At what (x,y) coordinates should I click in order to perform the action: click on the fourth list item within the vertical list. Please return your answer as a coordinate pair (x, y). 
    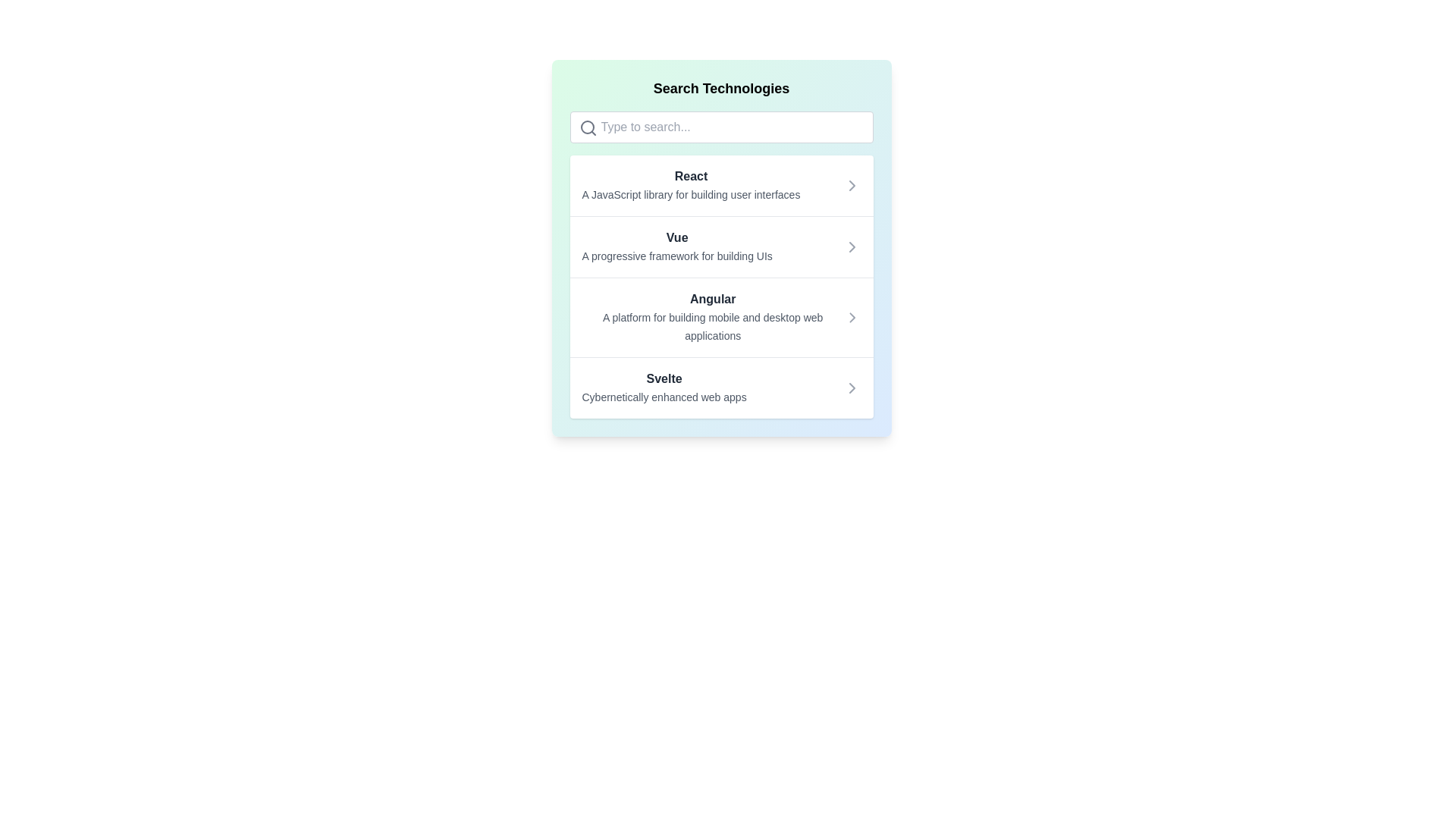
    Looking at the image, I should click on (720, 387).